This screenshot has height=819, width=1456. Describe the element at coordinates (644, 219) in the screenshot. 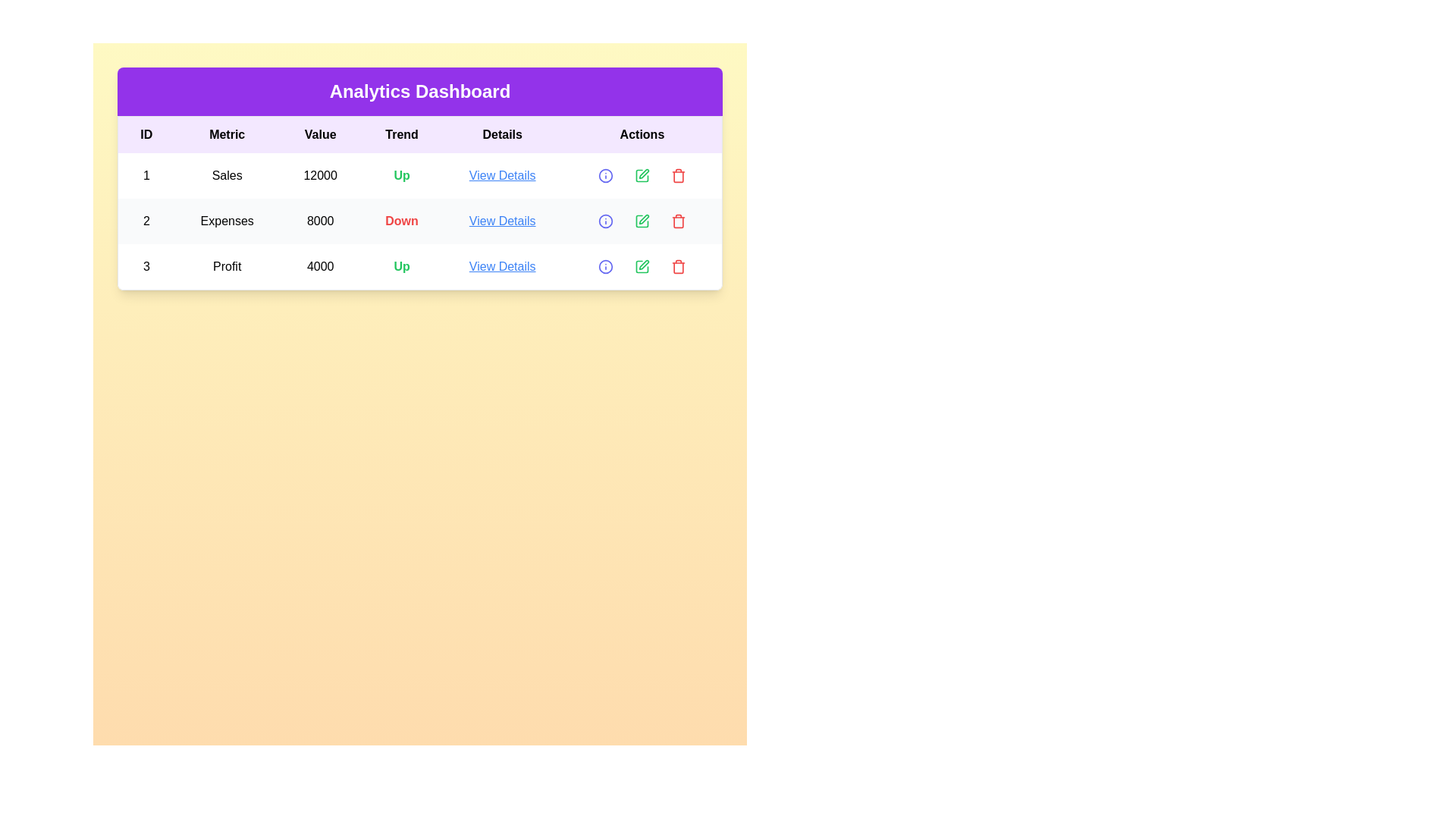

I see `the edit button, which is a green pen icon located in the 'Actions' column of the second row of the table` at that location.